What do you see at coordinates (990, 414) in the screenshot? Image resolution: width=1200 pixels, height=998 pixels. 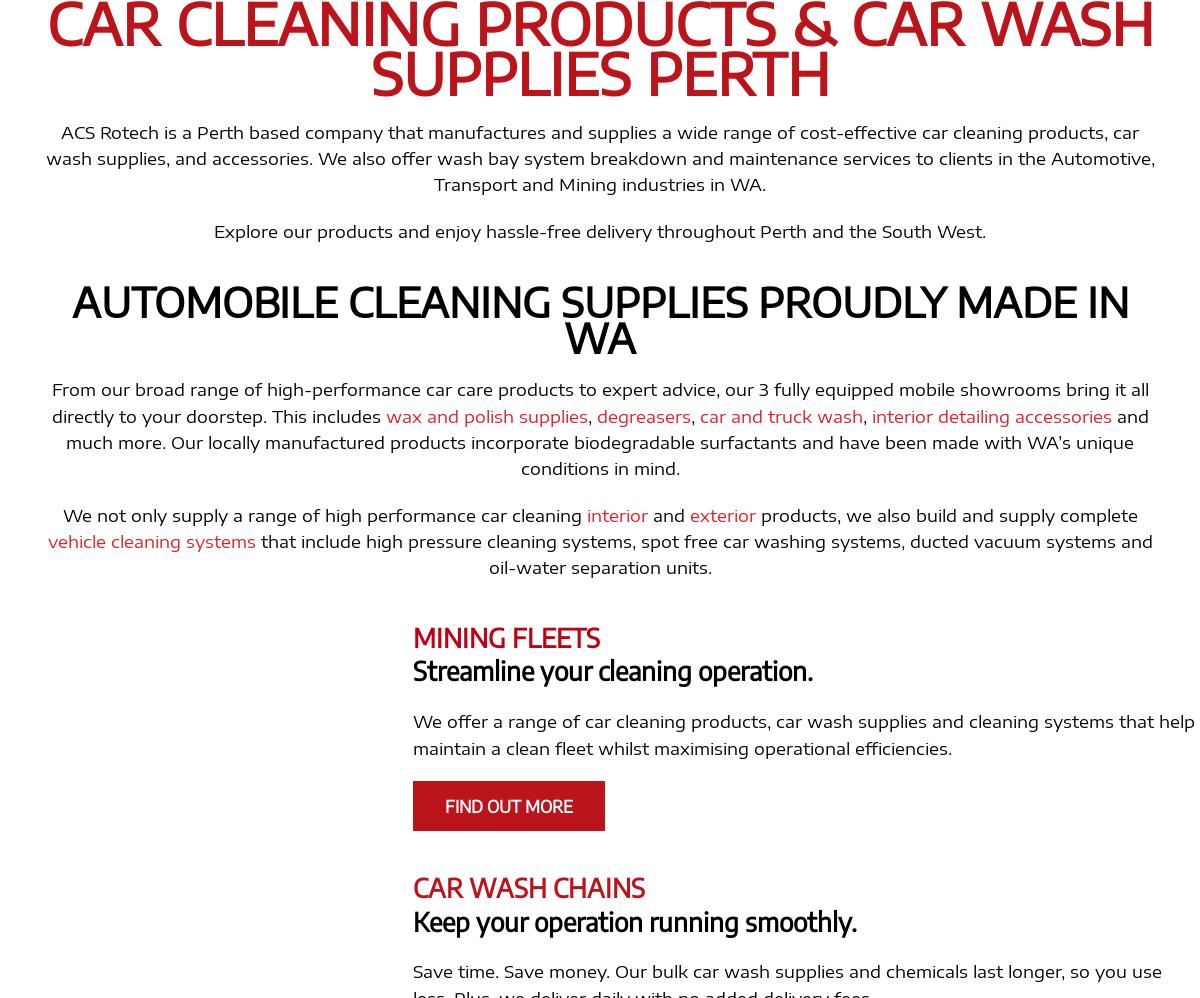 I see `'interior detailing accessories'` at bounding box center [990, 414].